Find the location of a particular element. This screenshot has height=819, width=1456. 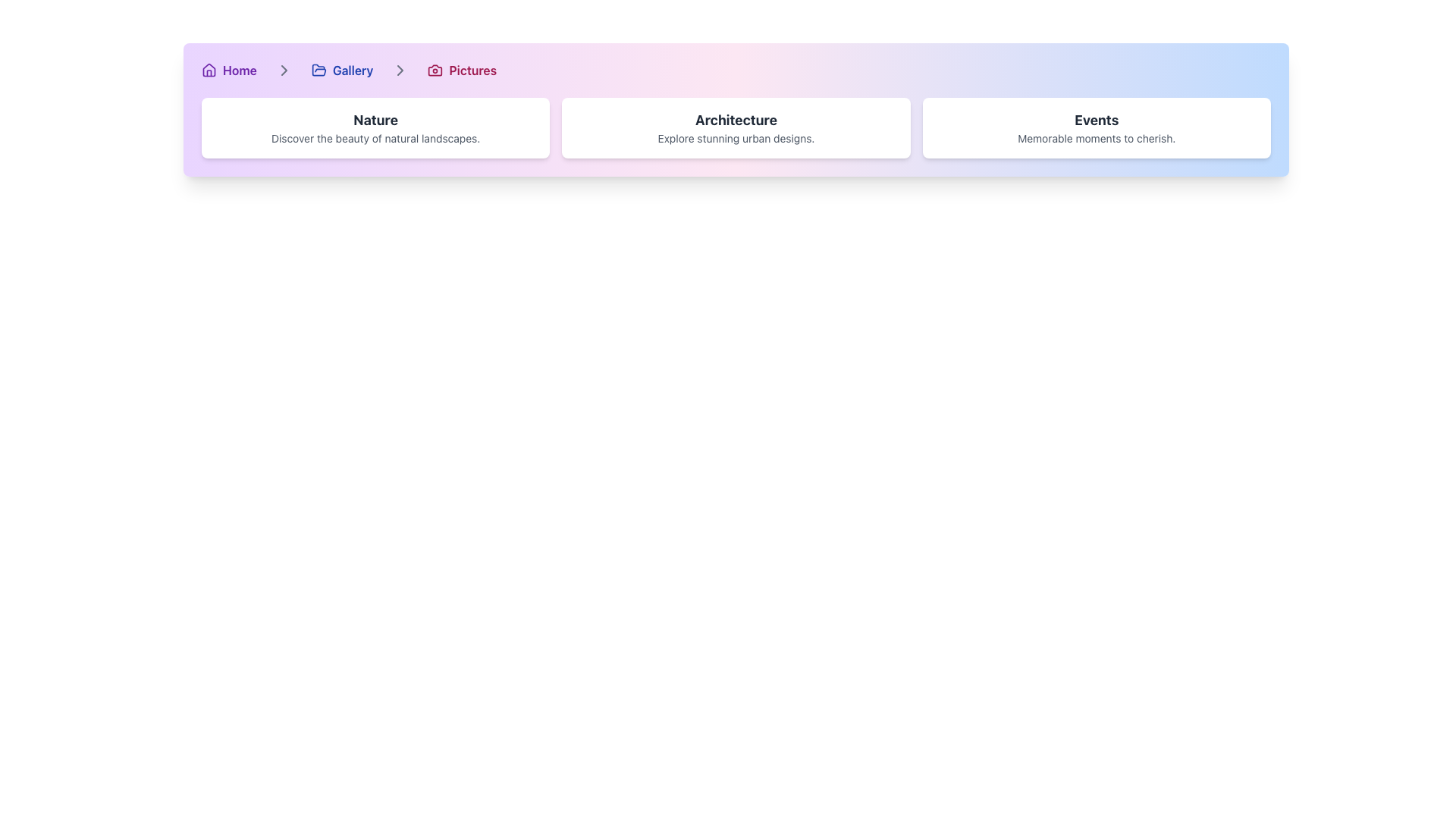

the right-pointing gray arrow icon in the breadcrumb navigation, located between the 'Gallery' and 'Pictures' sections, to interact with it if interactivity is supported is located at coordinates (400, 70).